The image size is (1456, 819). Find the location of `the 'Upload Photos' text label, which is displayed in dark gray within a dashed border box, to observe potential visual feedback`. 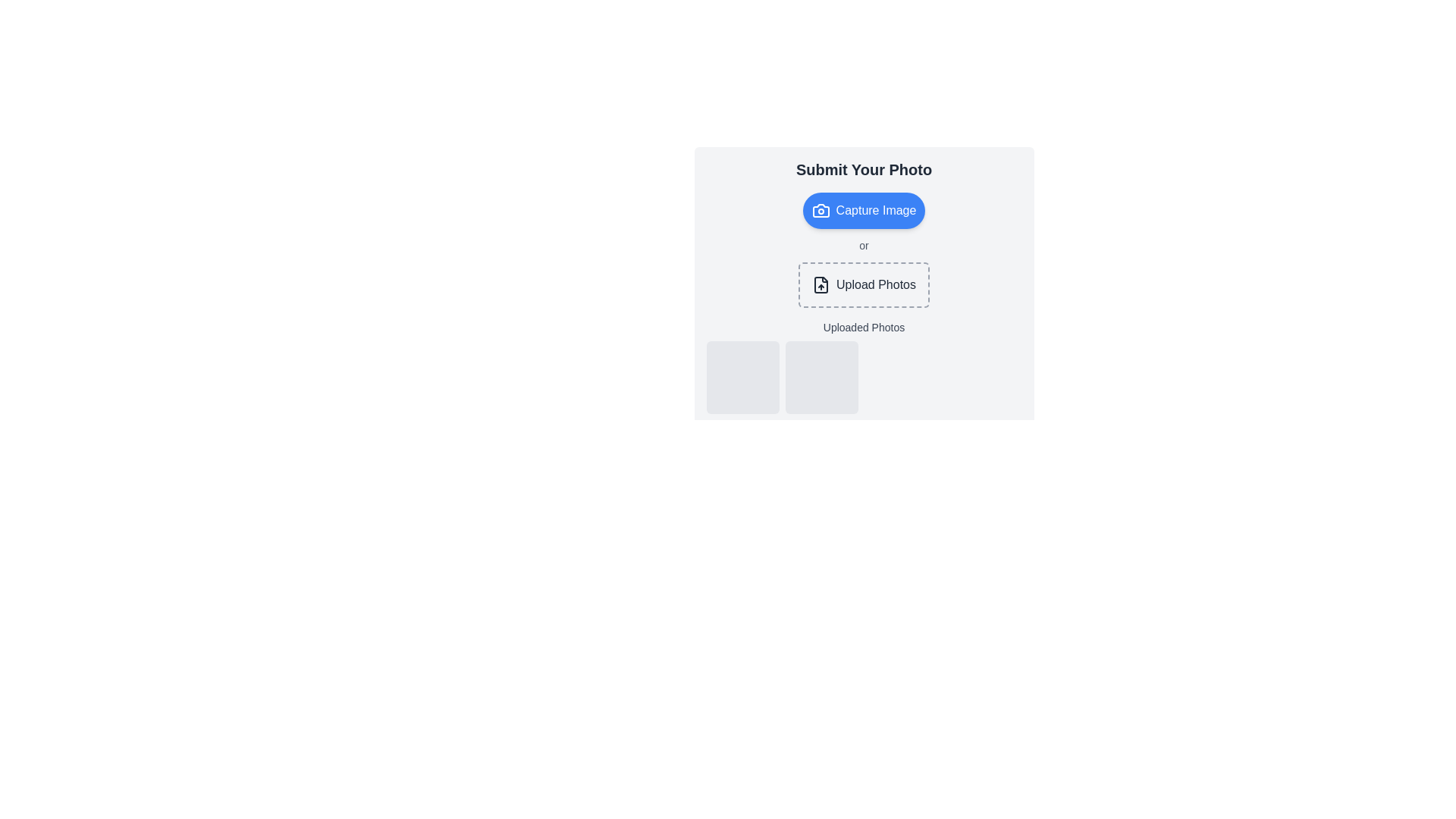

the 'Upload Photos' text label, which is displayed in dark gray within a dashed border box, to observe potential visual feedback is located at coordinates (876, 284).